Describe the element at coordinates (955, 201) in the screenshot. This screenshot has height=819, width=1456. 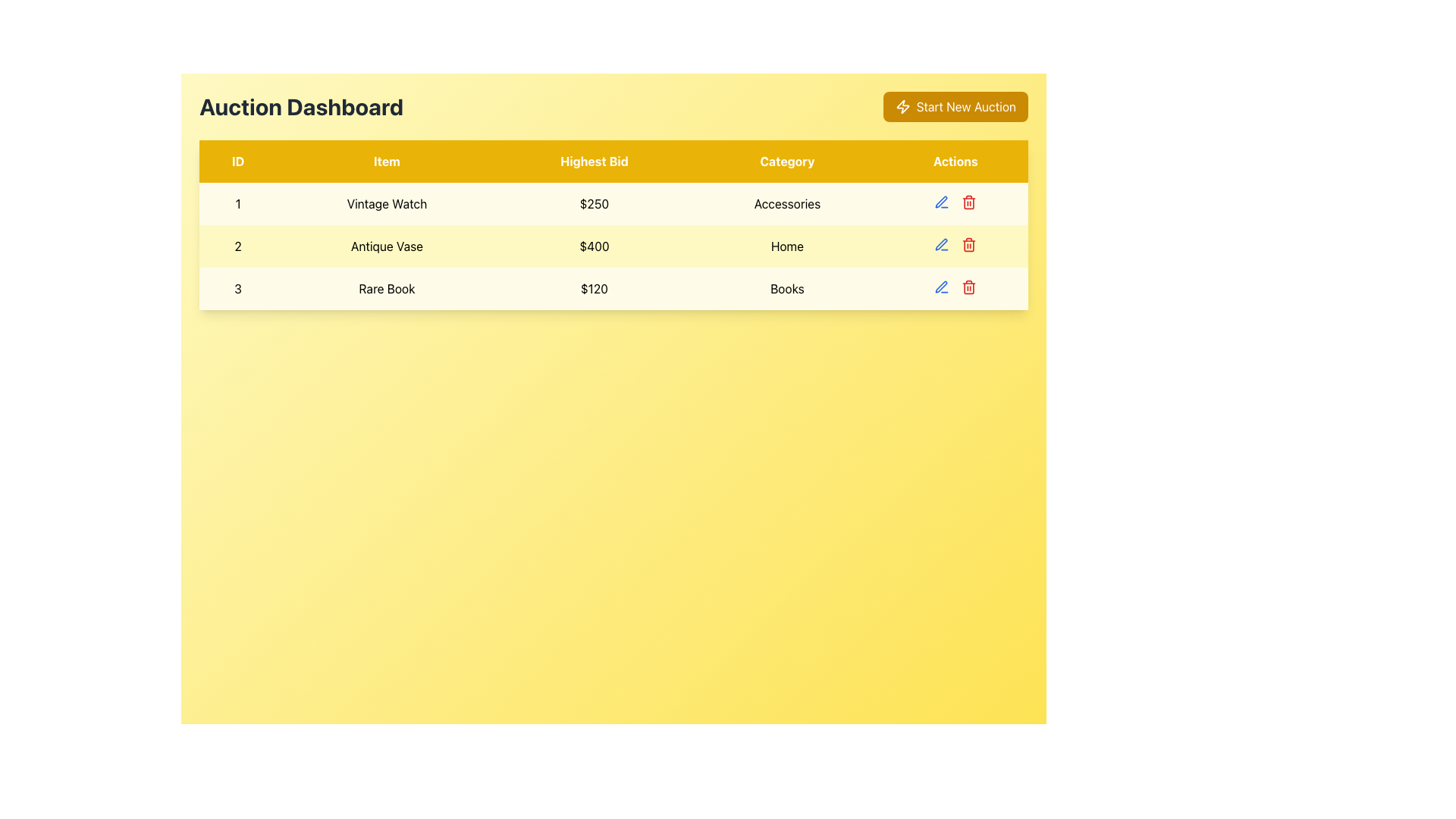
I see `the trash bin icon located in the 'Actions' column of the first row of the table` at that location.